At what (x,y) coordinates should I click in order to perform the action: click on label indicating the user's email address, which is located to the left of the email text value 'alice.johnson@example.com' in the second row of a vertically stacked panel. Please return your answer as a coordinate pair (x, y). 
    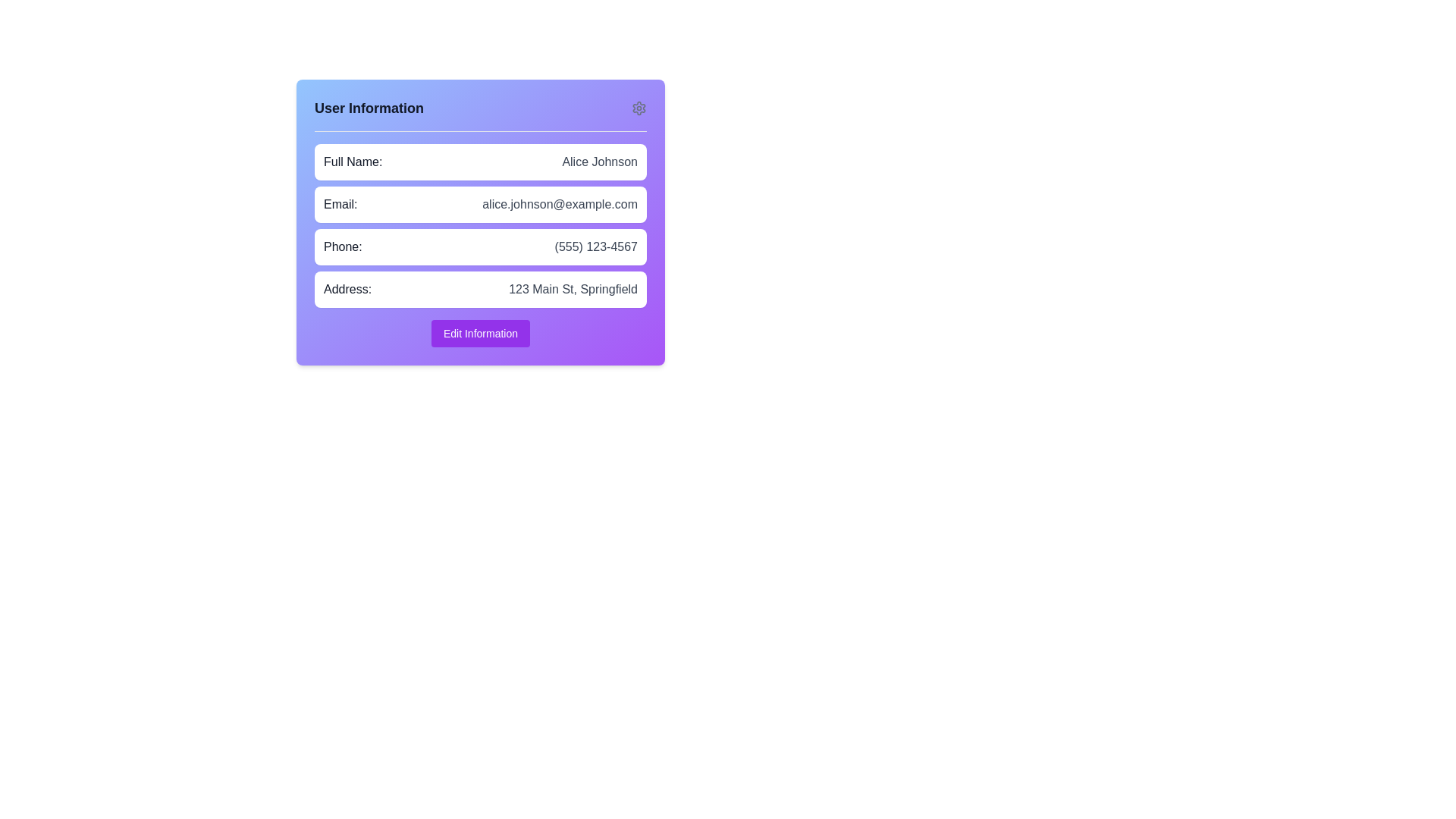
    Looking at the image, I should click on (340, 205).